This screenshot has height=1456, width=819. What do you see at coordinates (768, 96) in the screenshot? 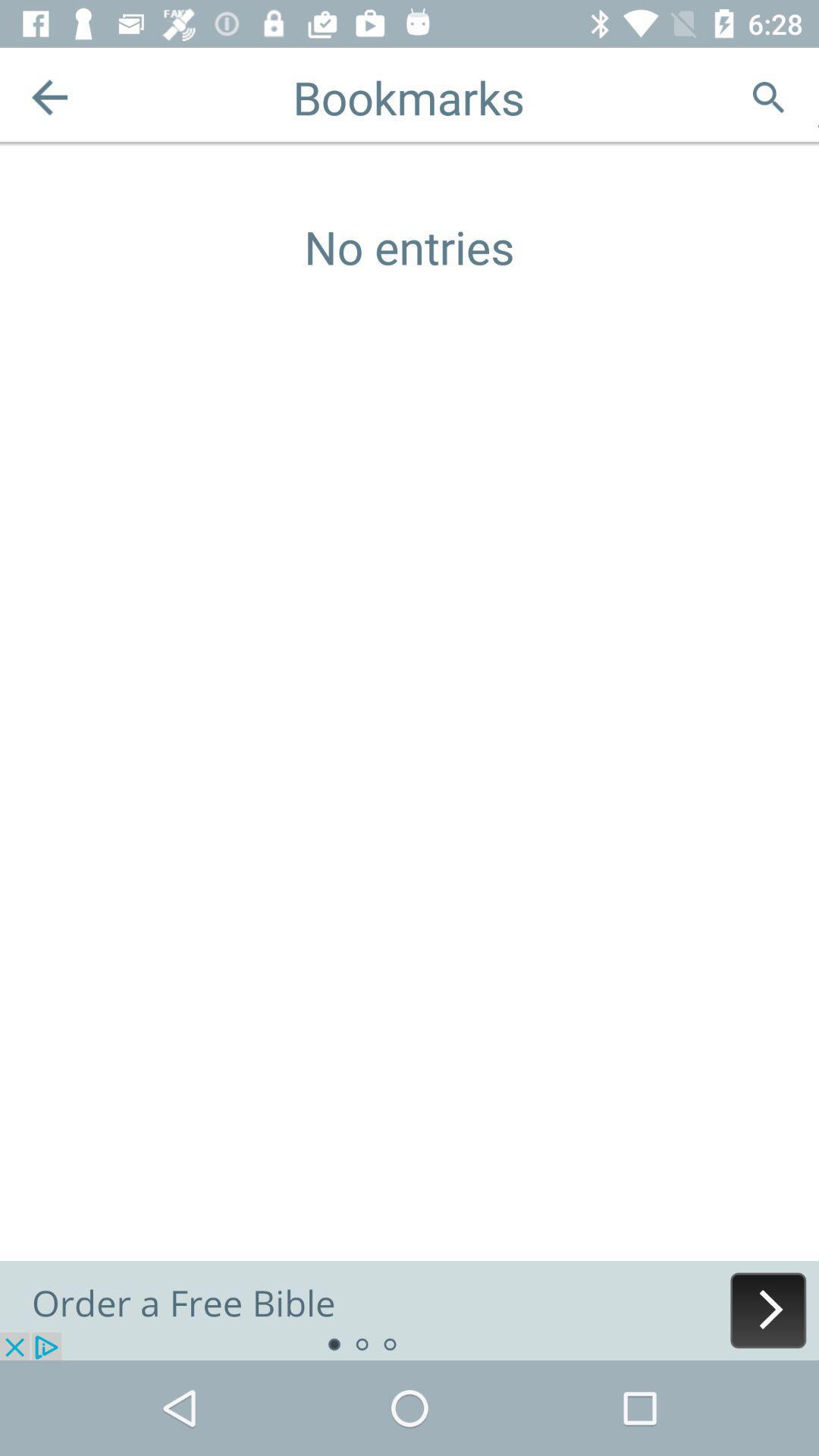
I see `search` at bounding box center [768, 96].